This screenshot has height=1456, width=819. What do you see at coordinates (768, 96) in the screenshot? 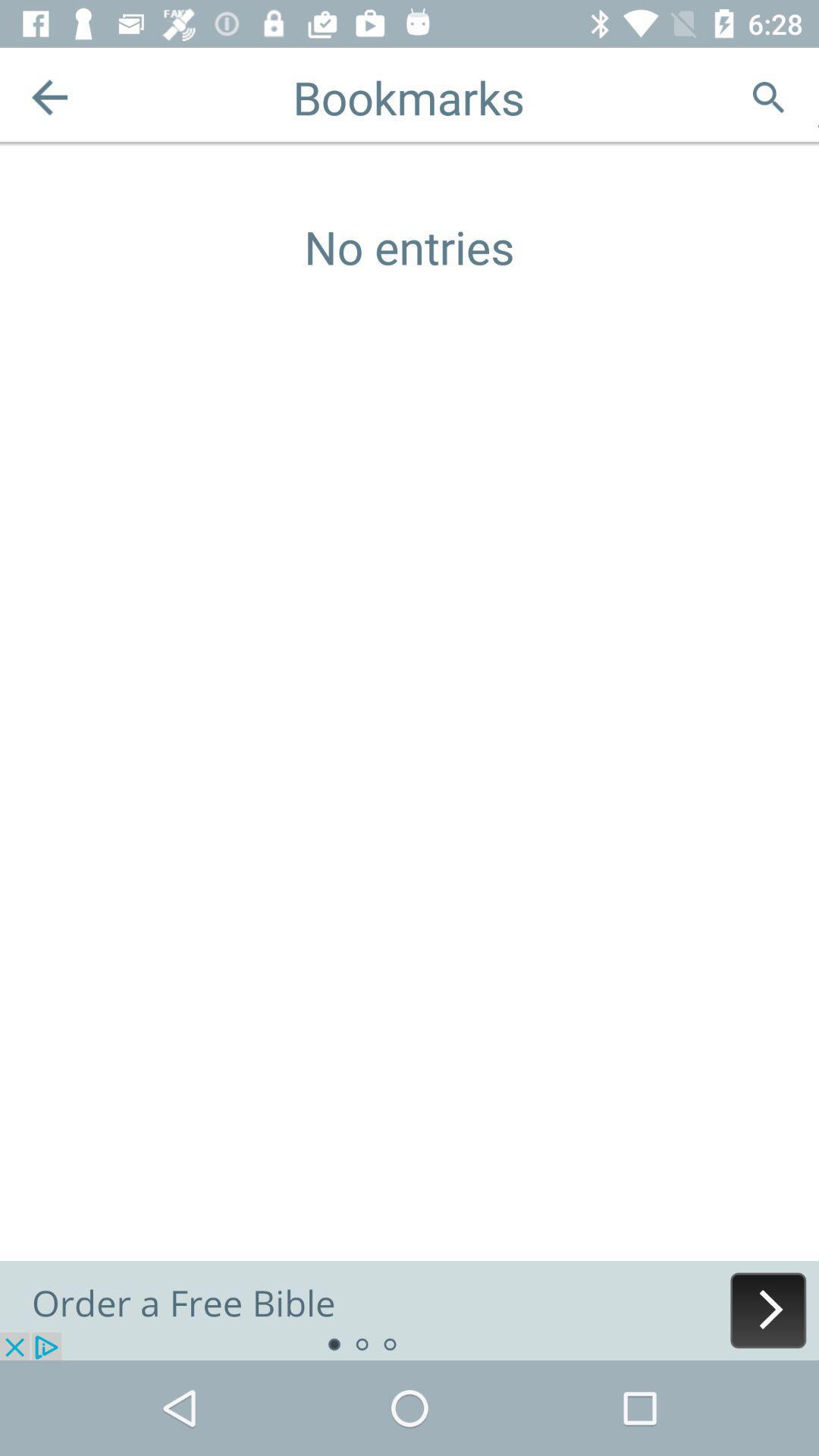
I see `search` at bounding box center [768, 96].